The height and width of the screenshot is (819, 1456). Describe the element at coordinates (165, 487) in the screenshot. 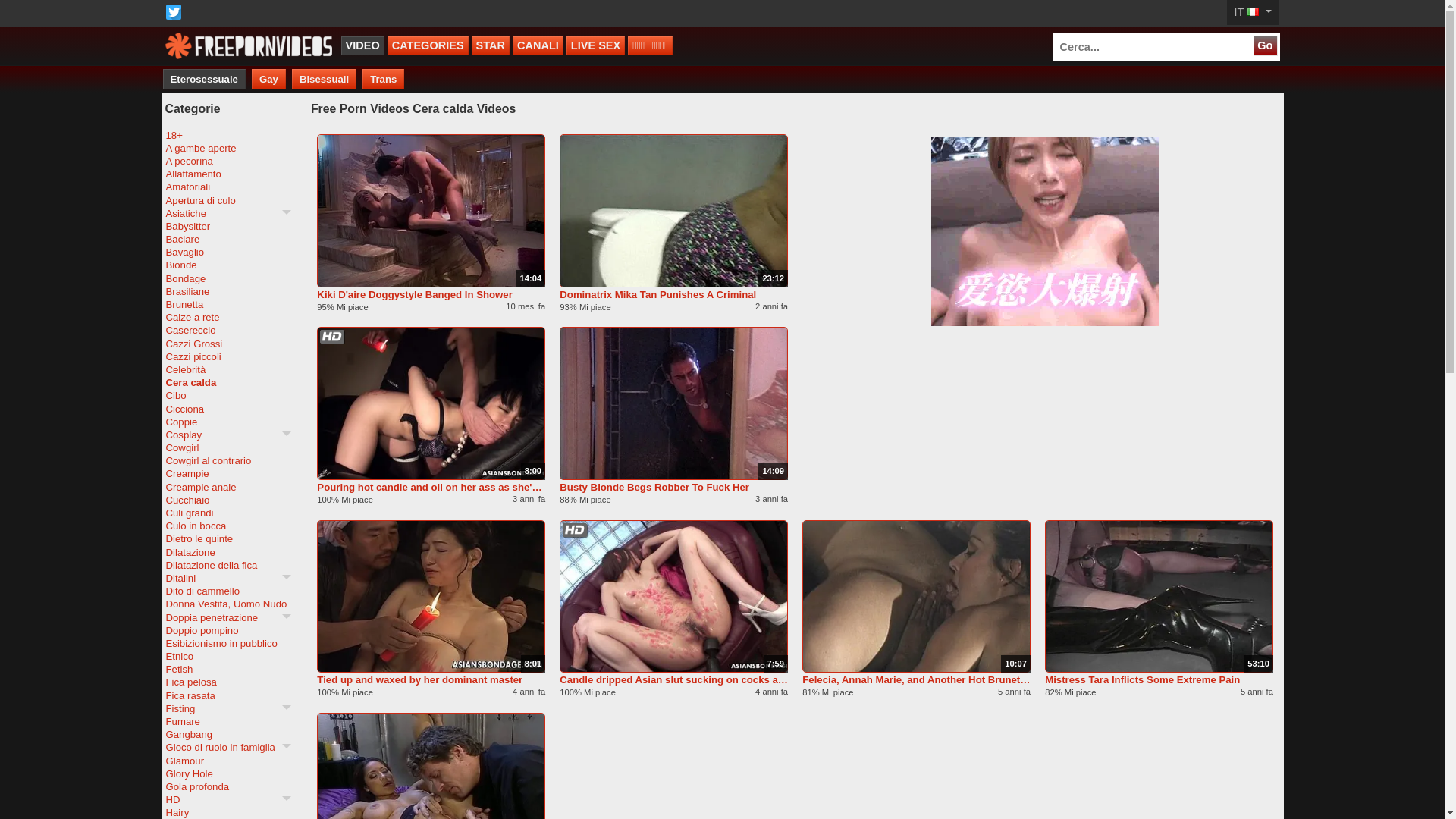

I see `'Creampie anale'` at that location.